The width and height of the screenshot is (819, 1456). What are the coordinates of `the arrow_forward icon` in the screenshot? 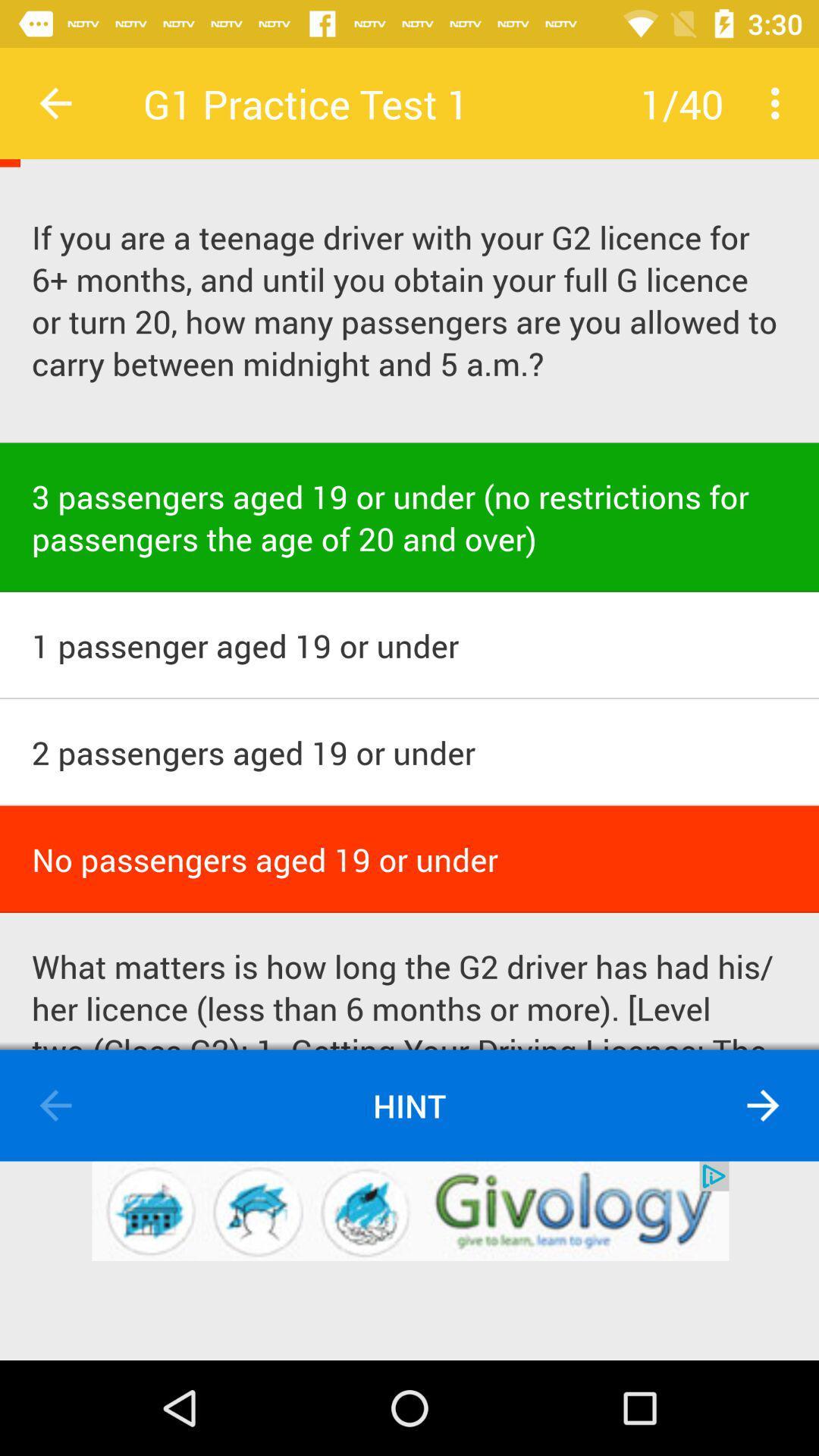 It's located at (763, 1106).